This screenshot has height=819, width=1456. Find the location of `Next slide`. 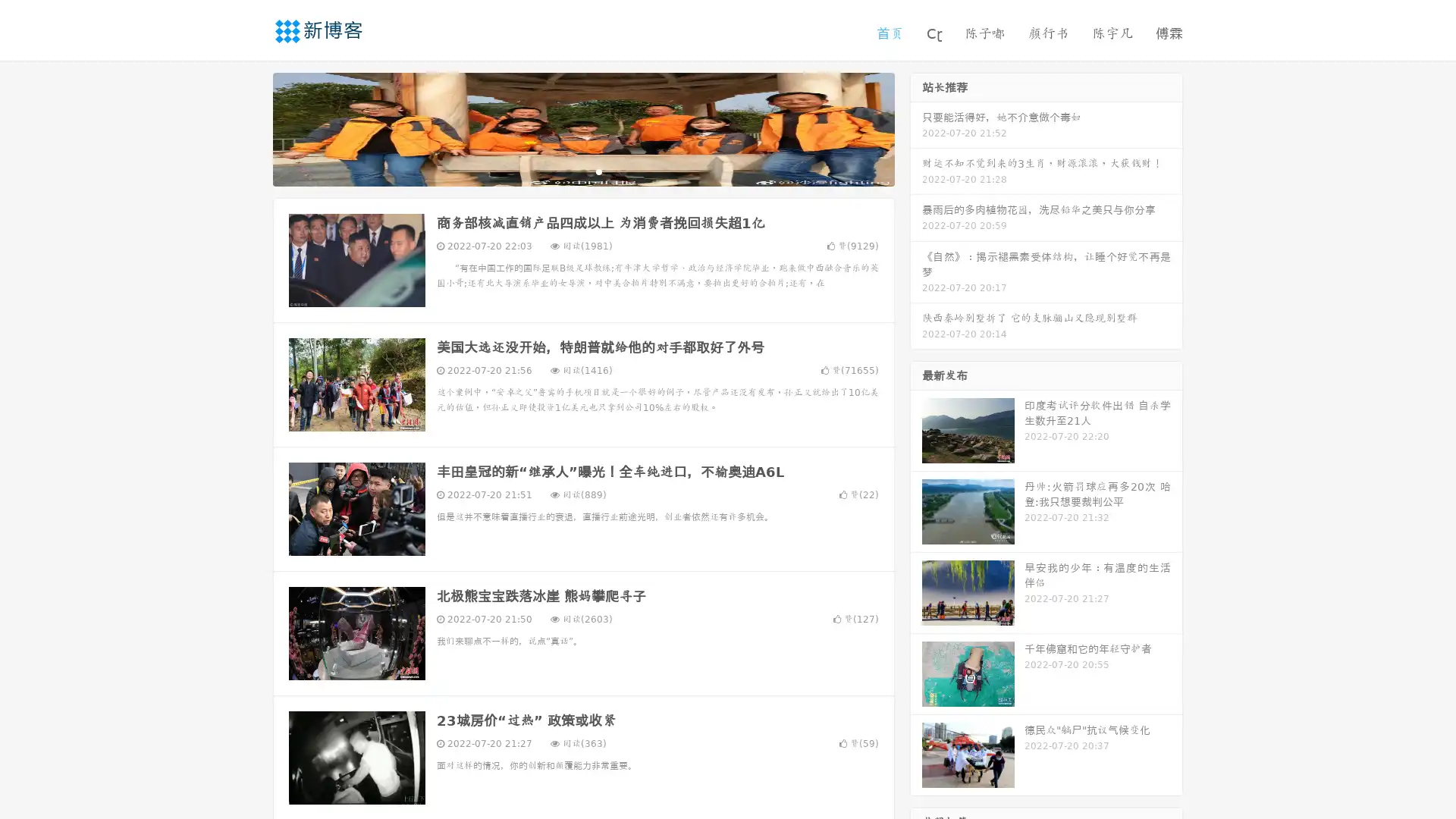

Next slide is located at coordinates (916, 127).